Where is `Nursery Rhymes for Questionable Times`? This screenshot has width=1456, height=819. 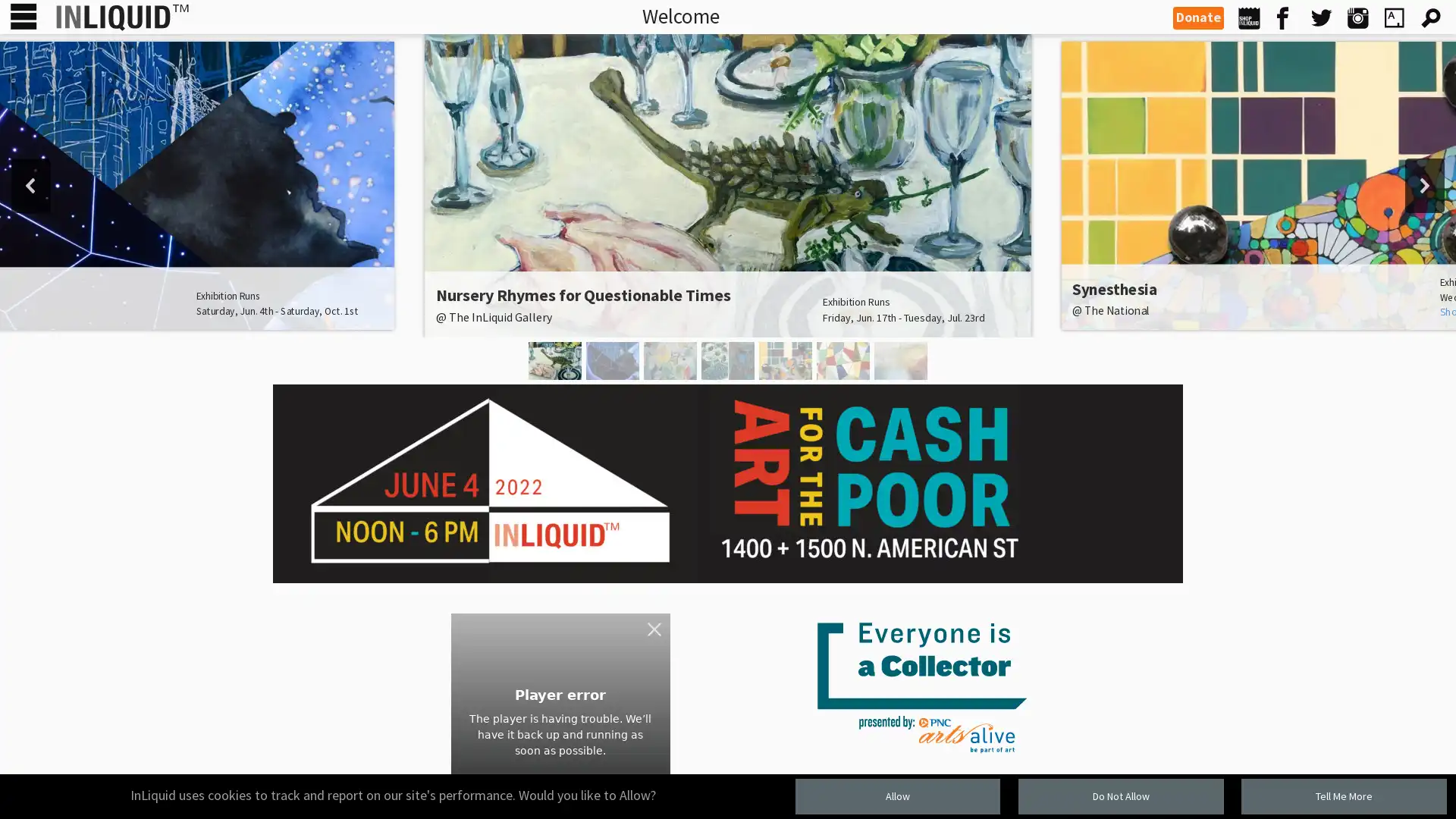 Nursery Rhymes for Questionable Times is located at coordinates (554, 360).